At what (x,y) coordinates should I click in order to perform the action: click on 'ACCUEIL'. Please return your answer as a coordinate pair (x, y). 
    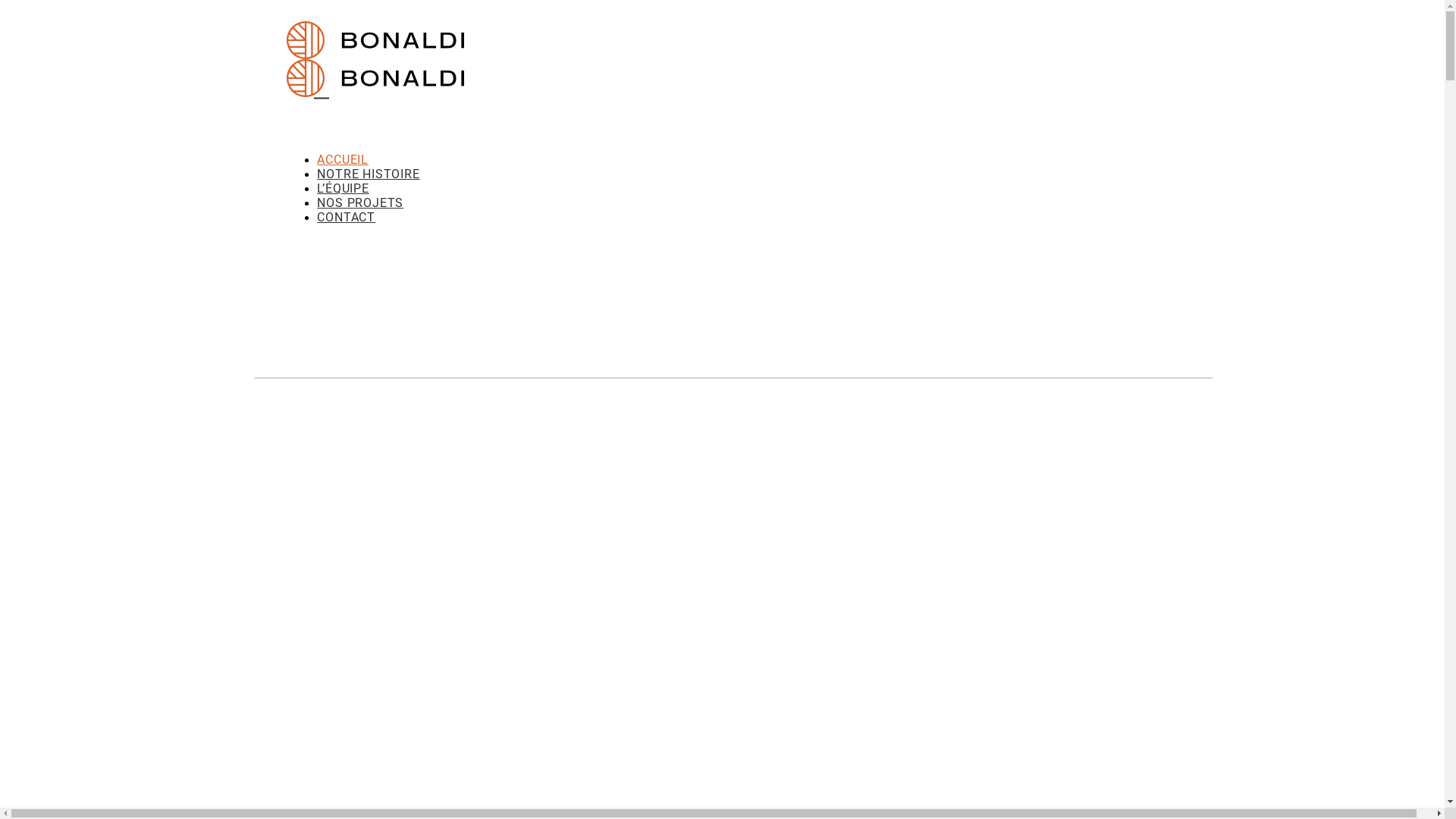
    Looking at the image, I should click on (341, 159).